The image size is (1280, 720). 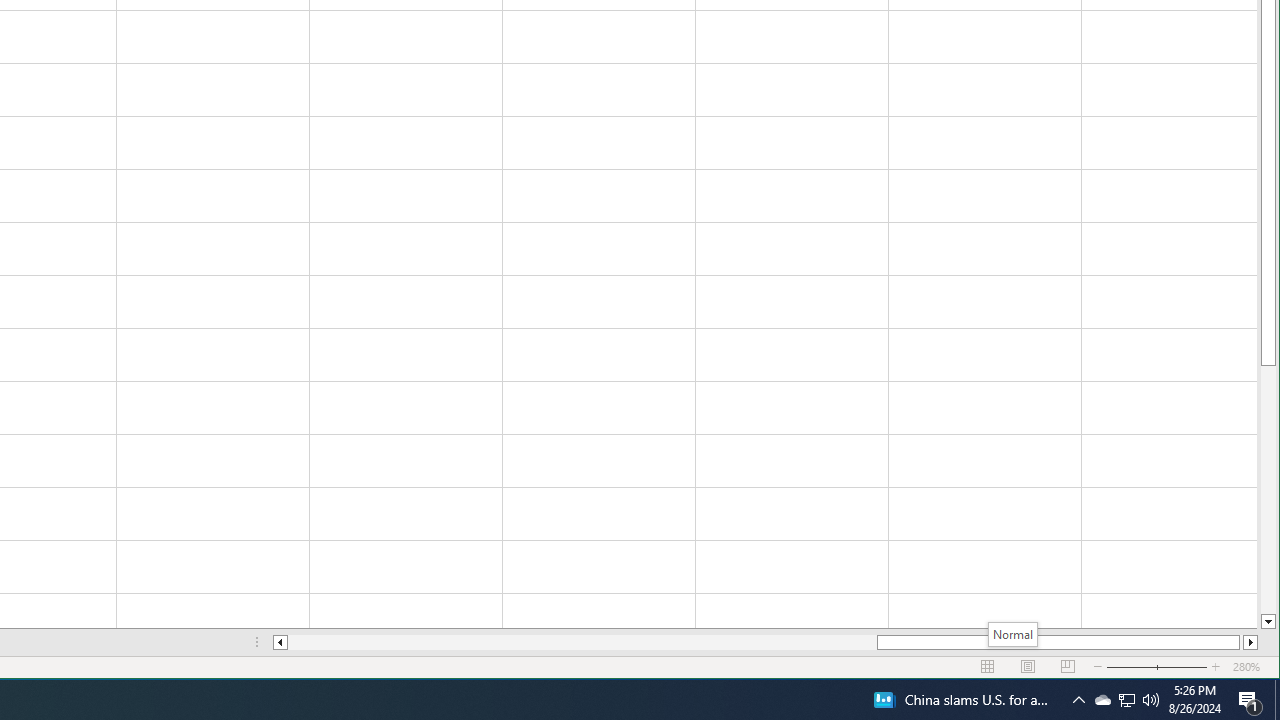 What do you see at coordinates (1101, 698) in the screenshot?
I see `'Notification Chevron'` at bounding box center [1101, 698].